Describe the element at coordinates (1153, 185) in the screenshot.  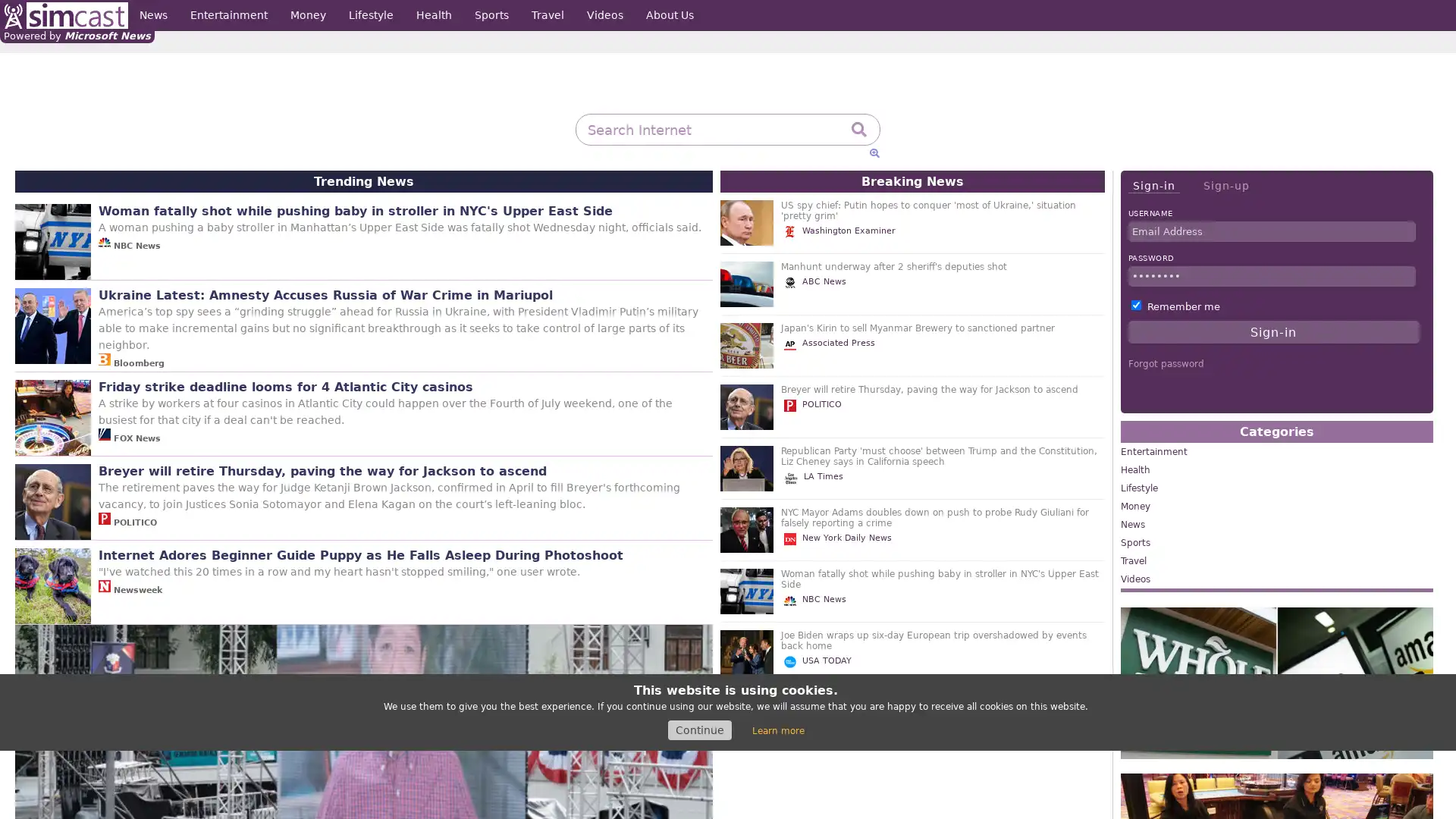
I see `Sign-in` at that location.